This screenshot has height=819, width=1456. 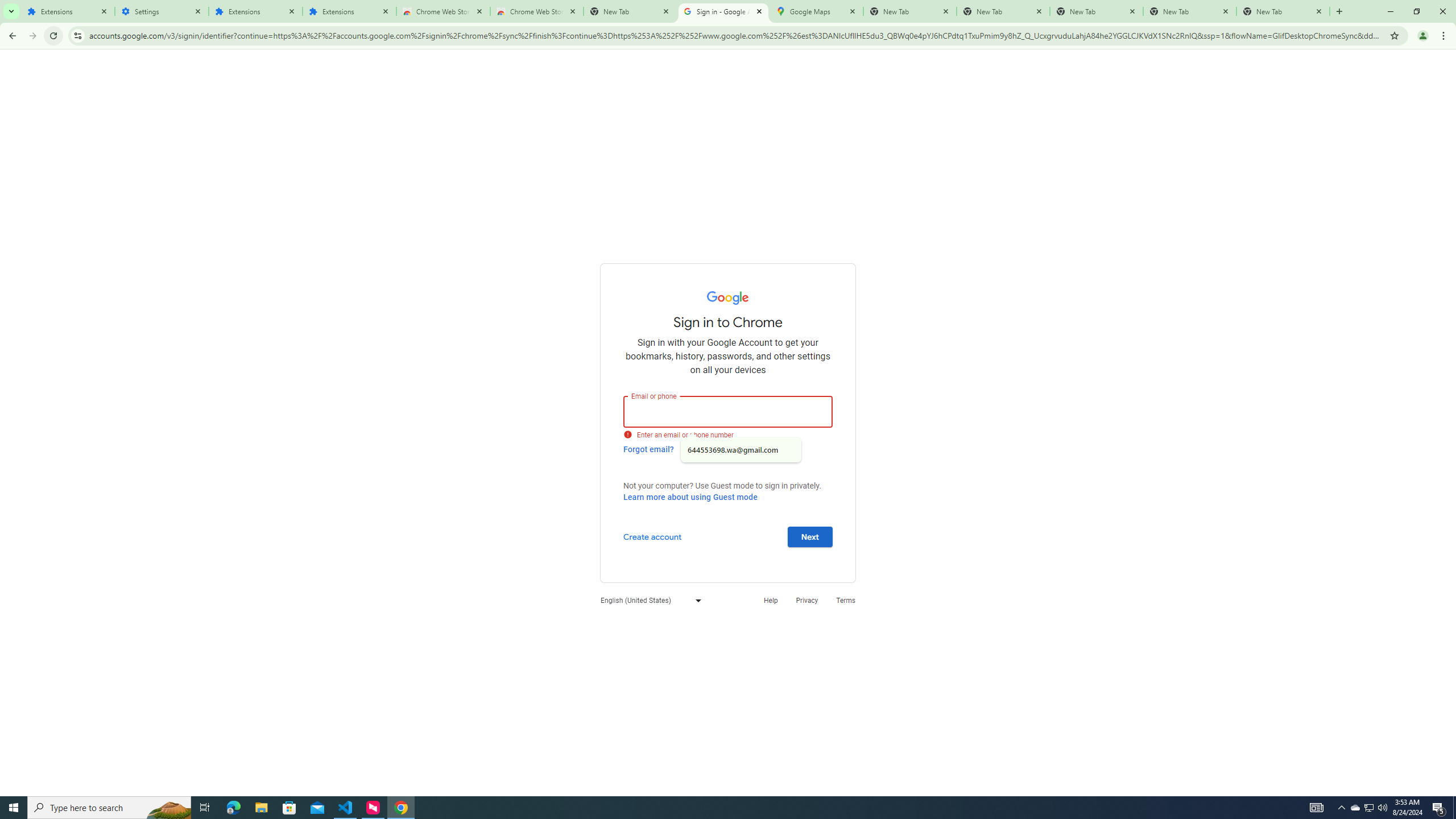 I want to click on 'View site information', so click(x=77, y=35).